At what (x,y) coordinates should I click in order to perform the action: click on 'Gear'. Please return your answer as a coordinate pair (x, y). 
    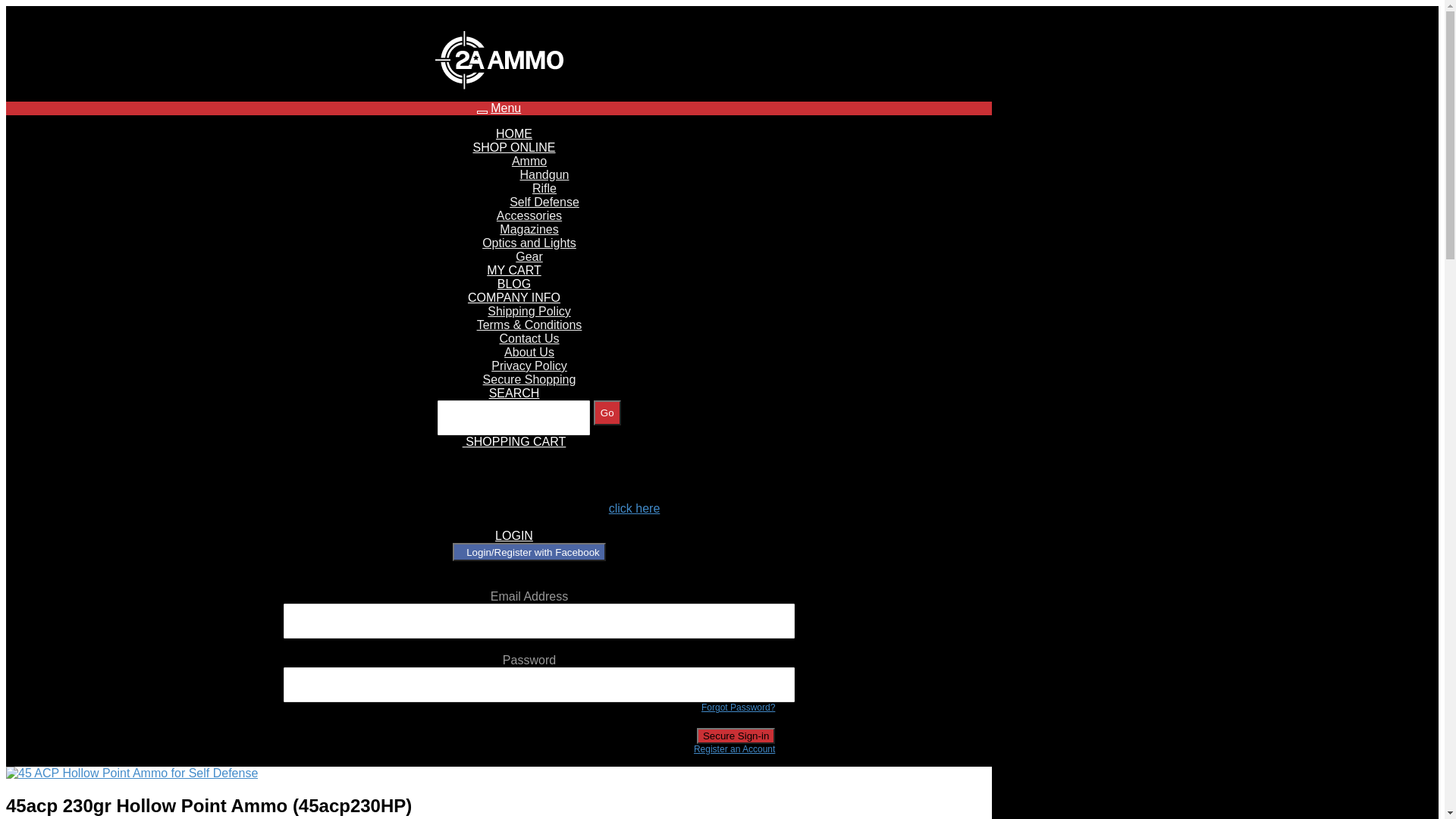
    Looking at the image, I should click on (516, 256).